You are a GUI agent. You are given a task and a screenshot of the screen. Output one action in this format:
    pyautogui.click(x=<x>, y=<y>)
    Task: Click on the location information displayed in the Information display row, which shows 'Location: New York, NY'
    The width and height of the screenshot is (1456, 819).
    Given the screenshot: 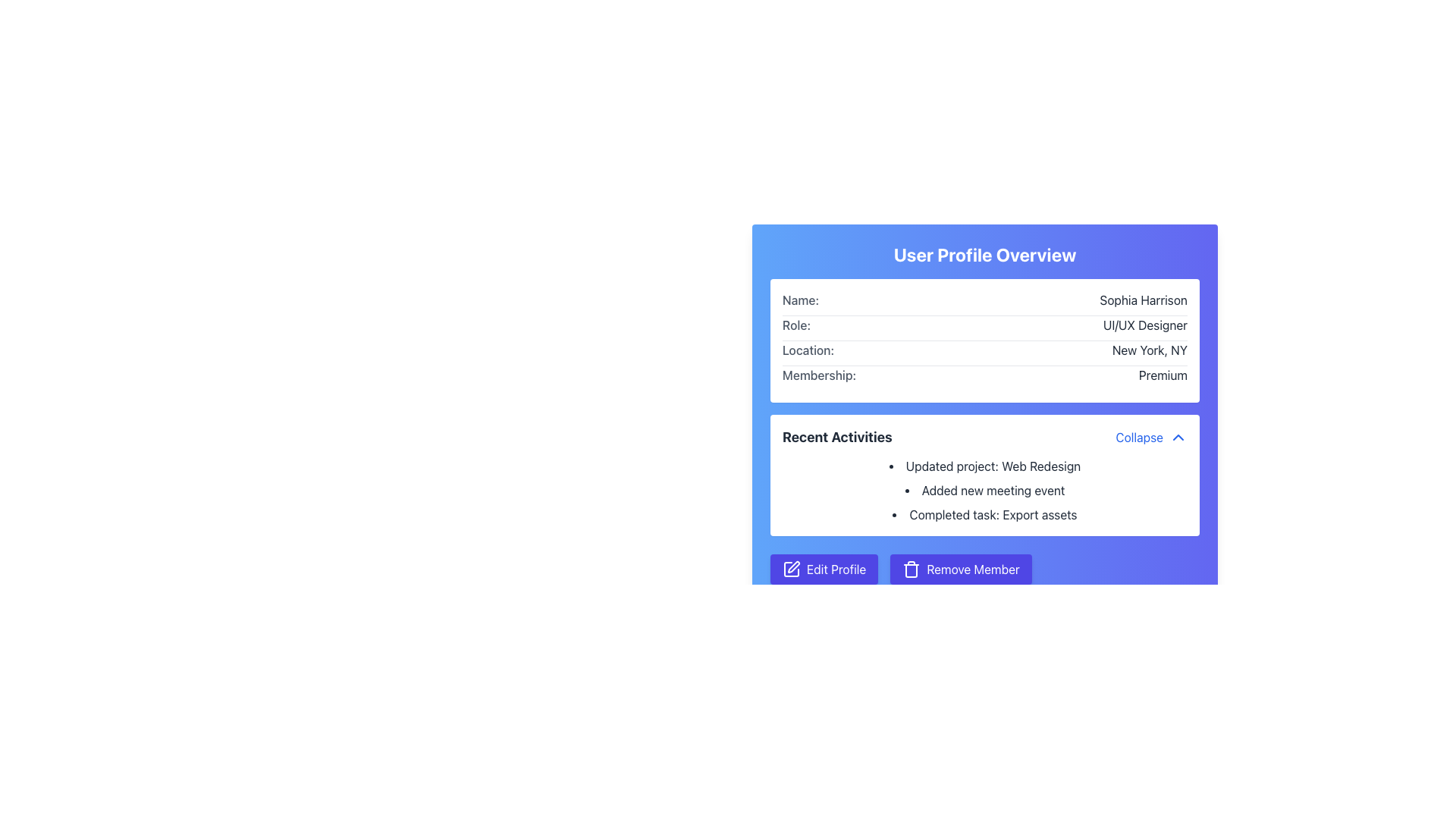 What is the action you would take?
    pyautogui.click(x=985, y=353)
    